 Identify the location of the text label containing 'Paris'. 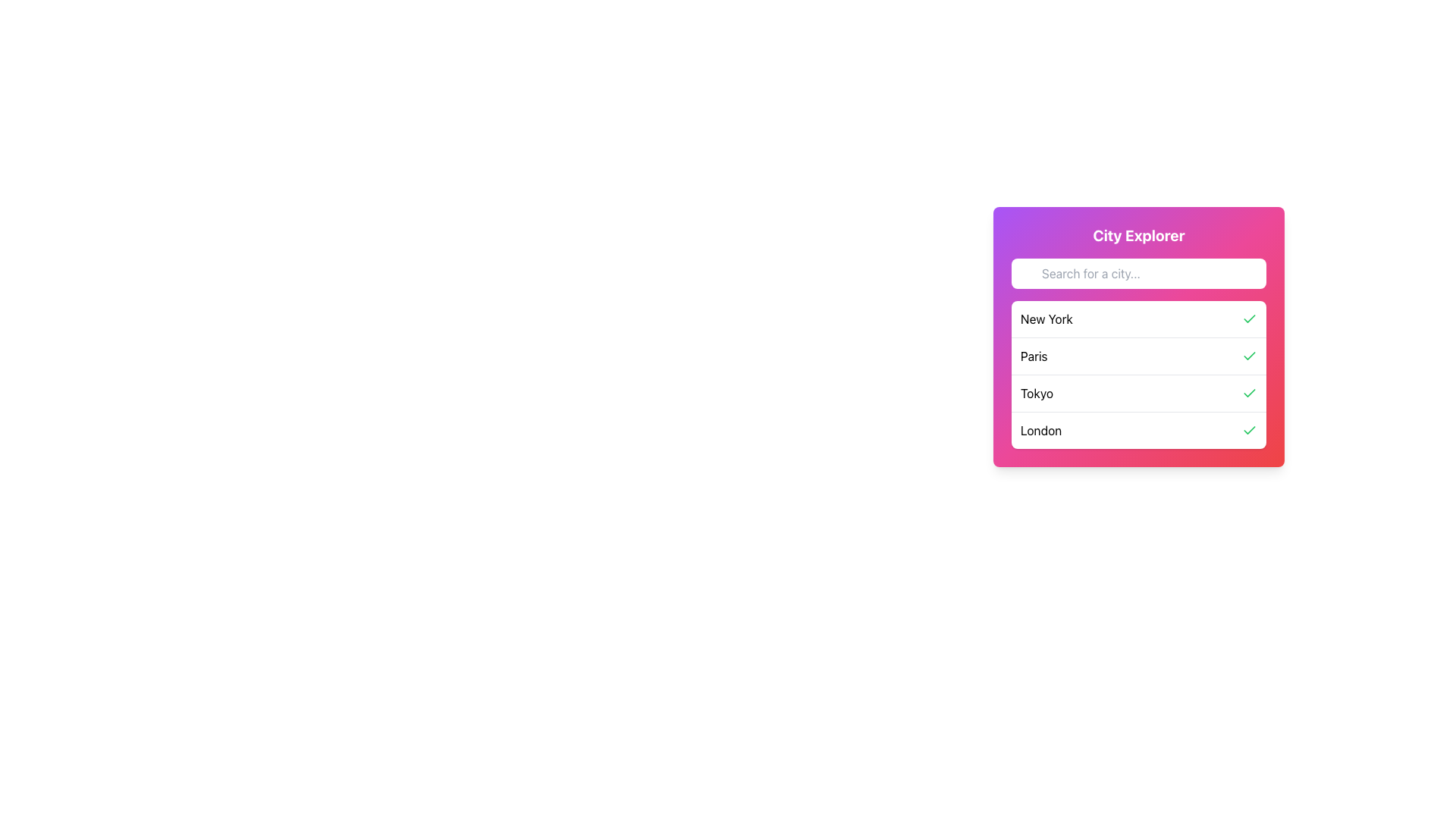
(1033, 356).